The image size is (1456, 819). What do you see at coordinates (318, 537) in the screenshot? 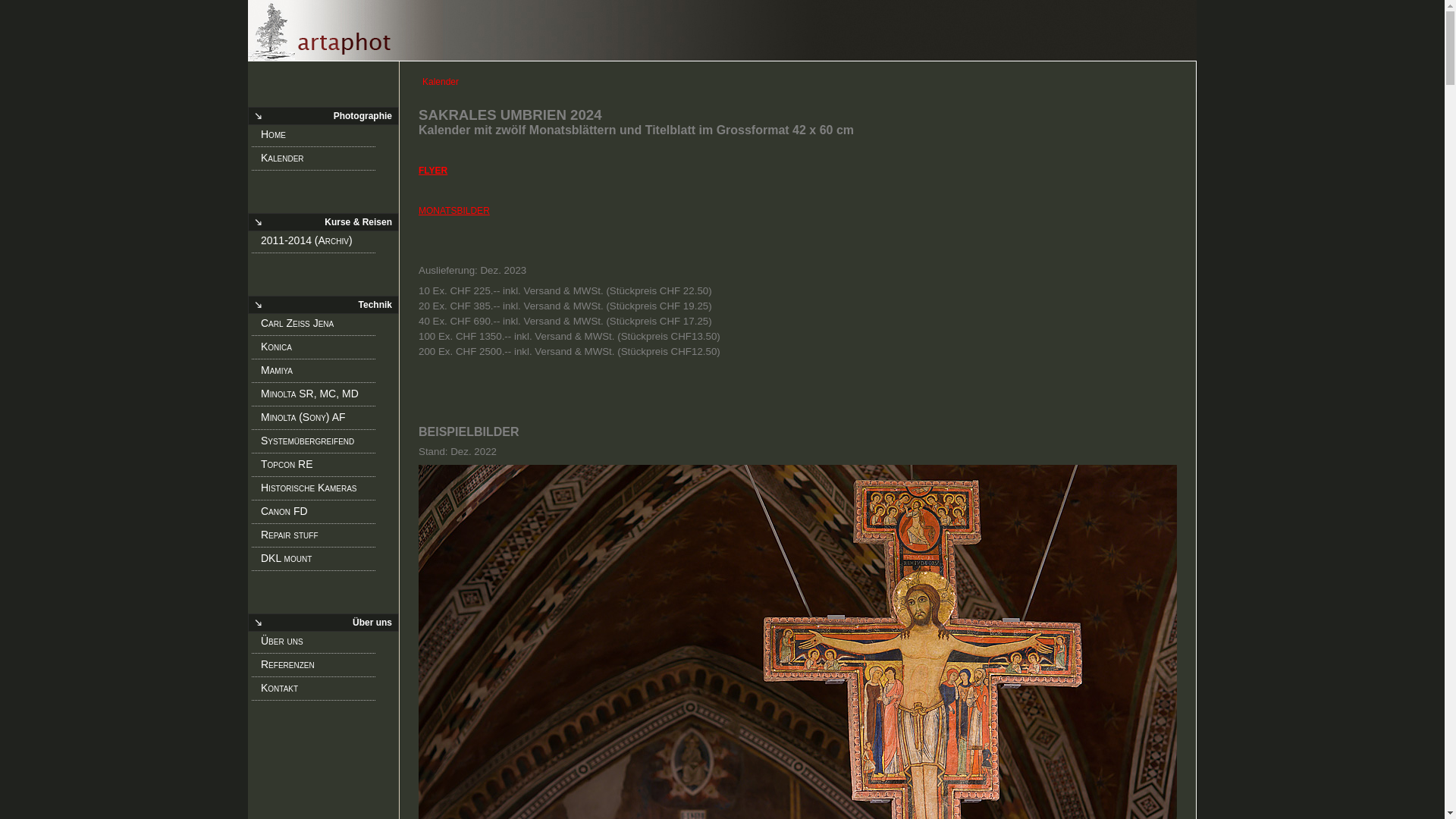
I see `'Repair stuff'` at bounding box center [318, 537].